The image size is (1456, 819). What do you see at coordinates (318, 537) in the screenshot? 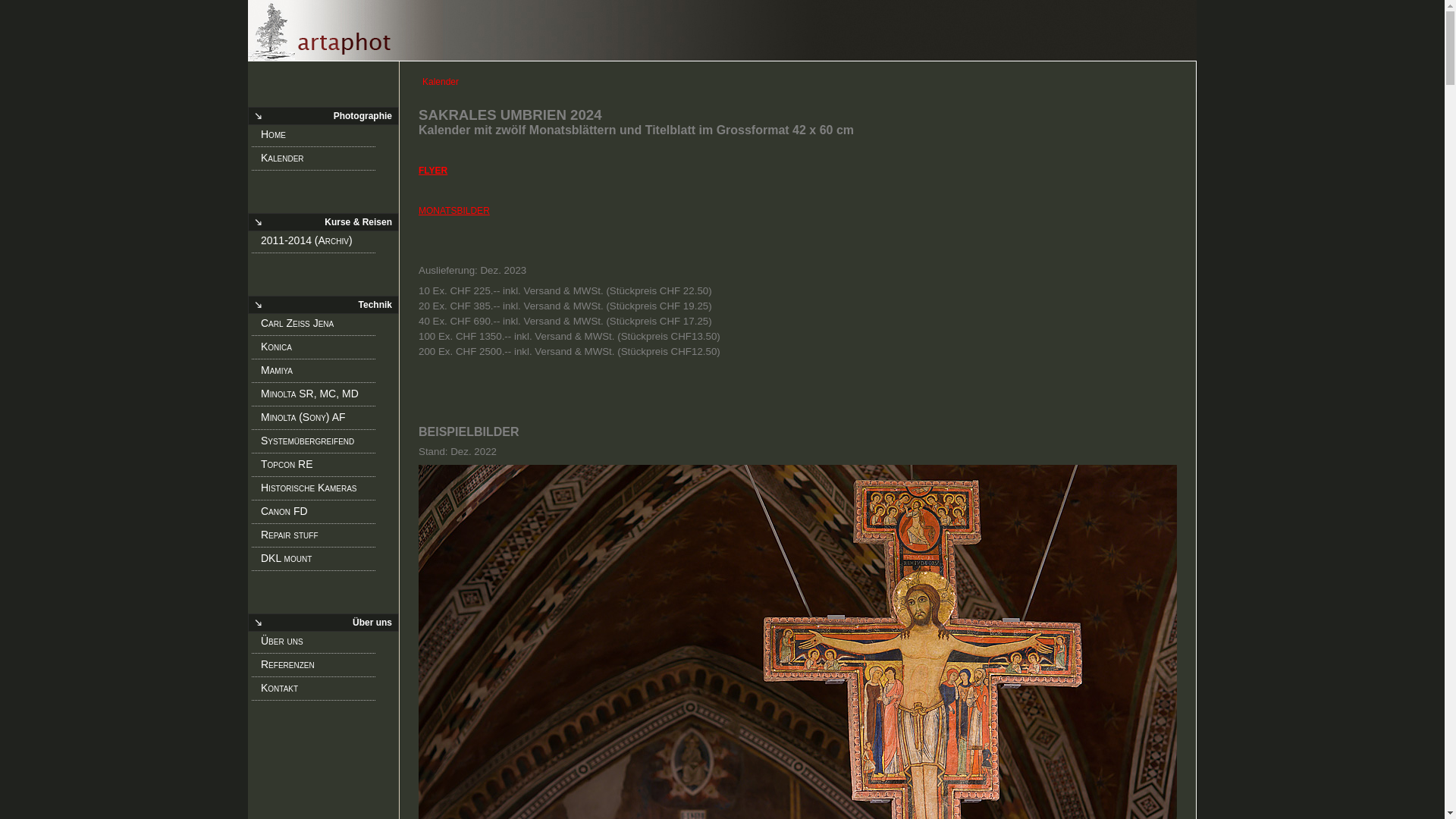
I see `'Repair stuff'` at bounding box center [318, 537].